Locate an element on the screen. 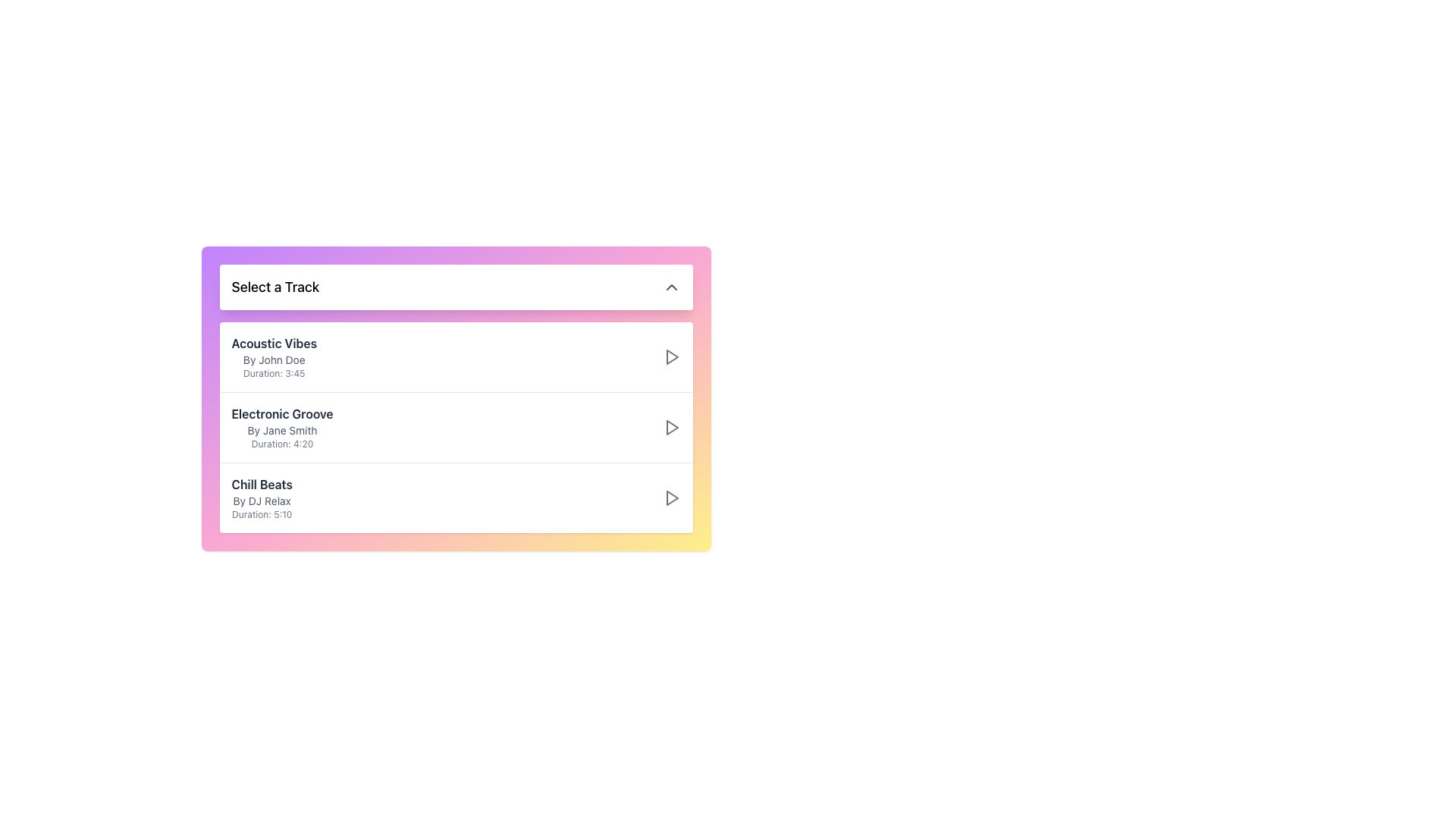 The image size is (1456, 819). duration value displayed in the text label located at the bottom of the first list item card, centered under 'Acoustic Vibes' and 'By John Doe' is located at coordinates (274, 374).